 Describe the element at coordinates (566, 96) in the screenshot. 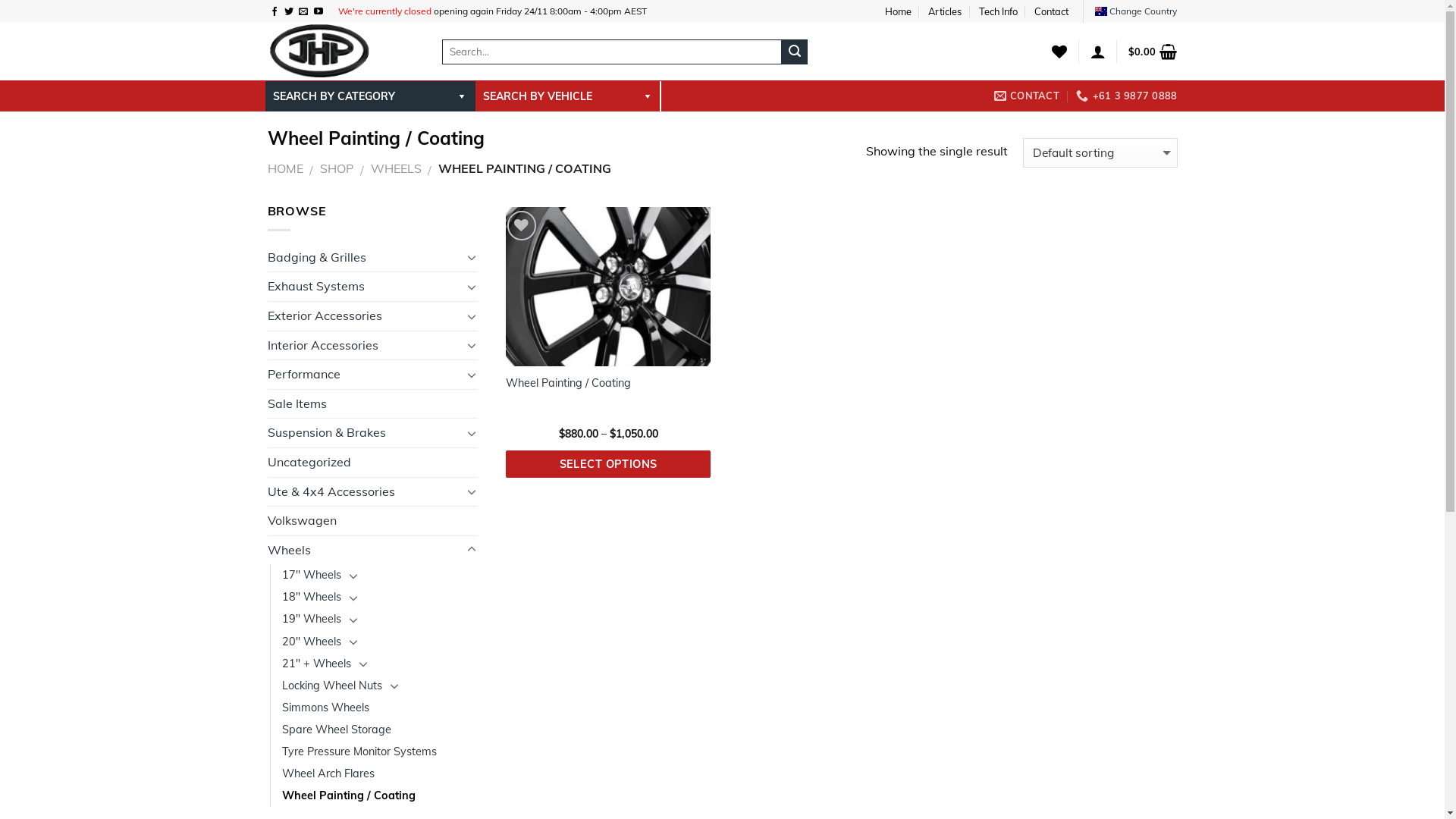

I see `'SEARCH BY VEHICLE'` at that location.